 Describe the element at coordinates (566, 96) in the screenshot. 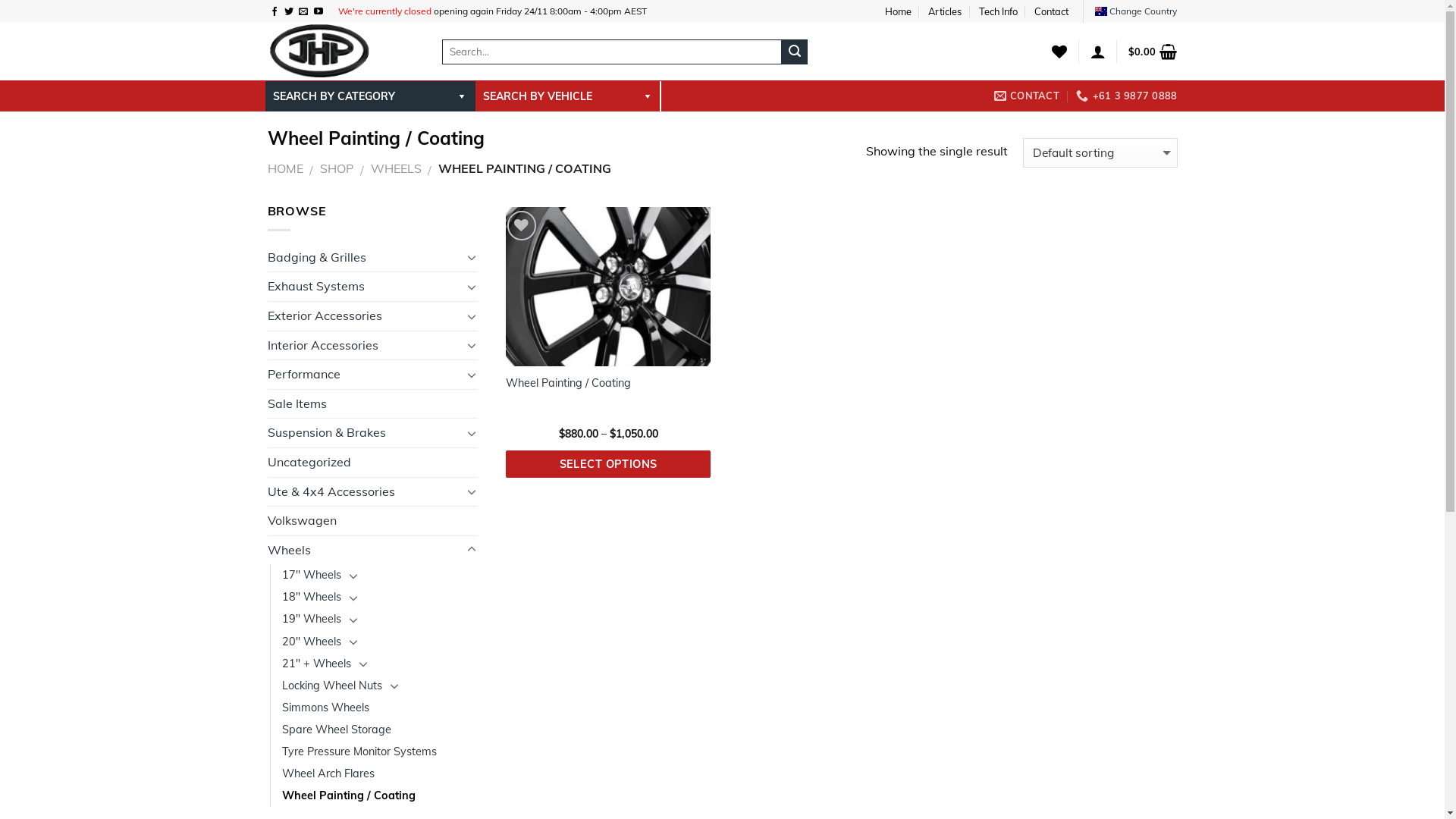

I see `'SEARCH BY VEHICLE'` at that location.